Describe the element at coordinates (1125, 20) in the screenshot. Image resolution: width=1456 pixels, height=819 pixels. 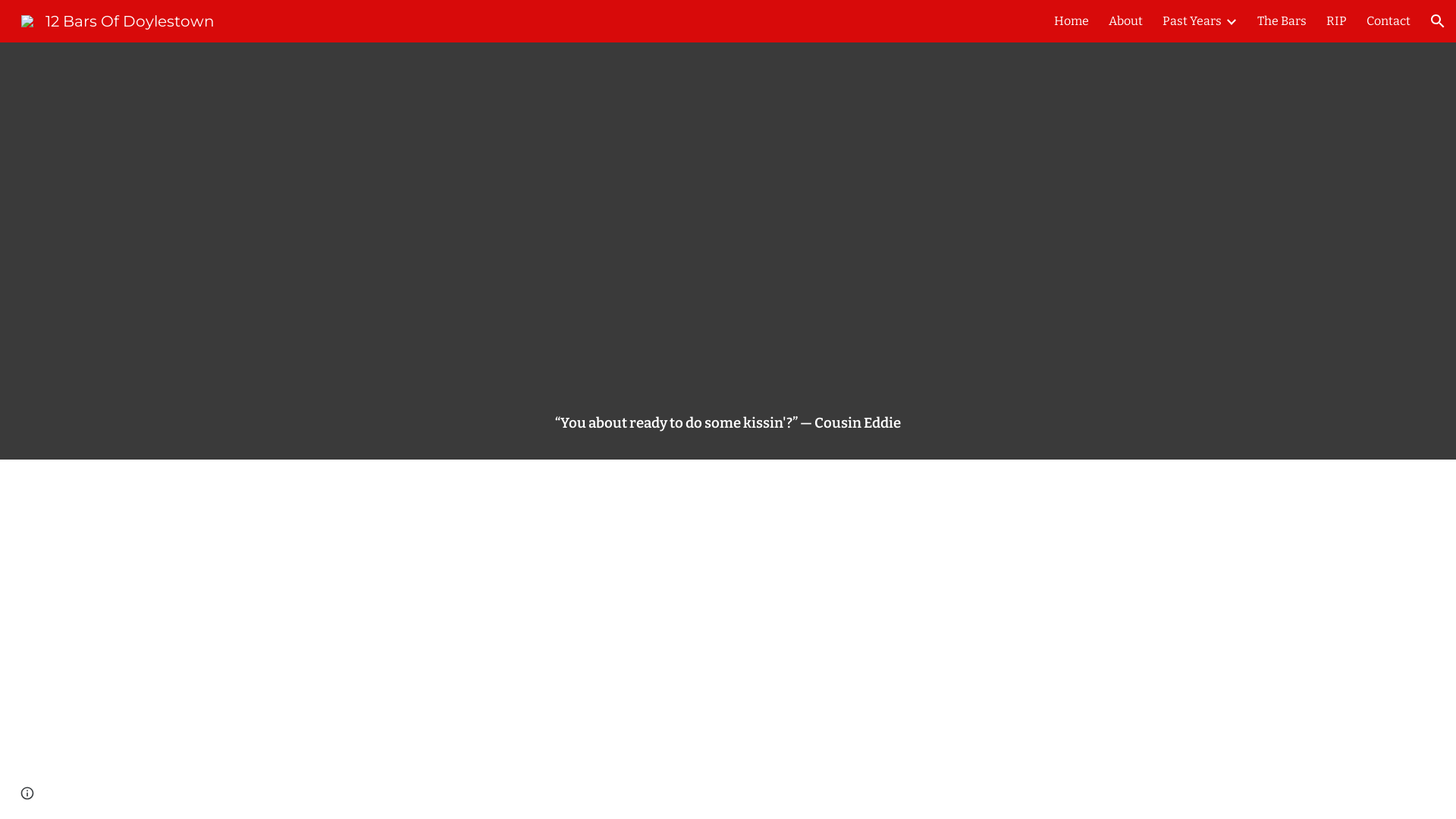
I see `'About'` at that location.